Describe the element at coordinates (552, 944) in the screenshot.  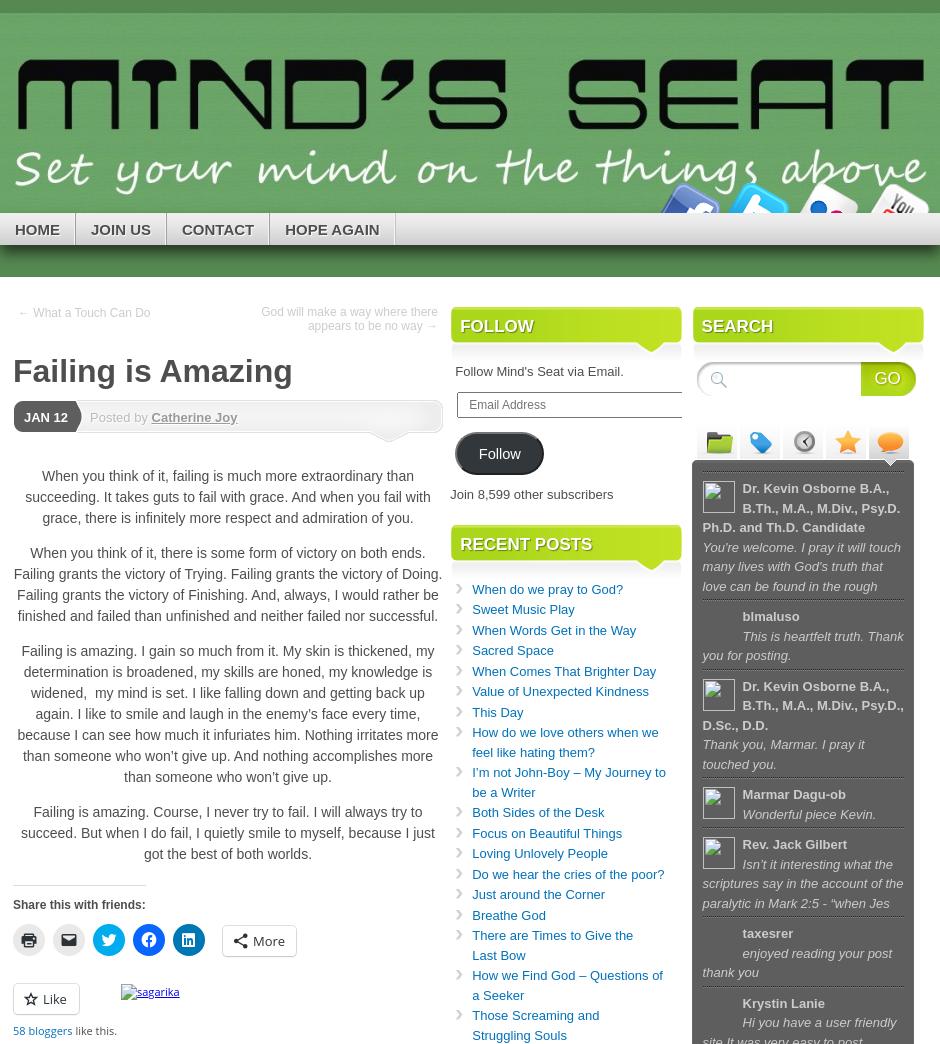
I see `'There are Times to Give the Last Bow'` at that location.